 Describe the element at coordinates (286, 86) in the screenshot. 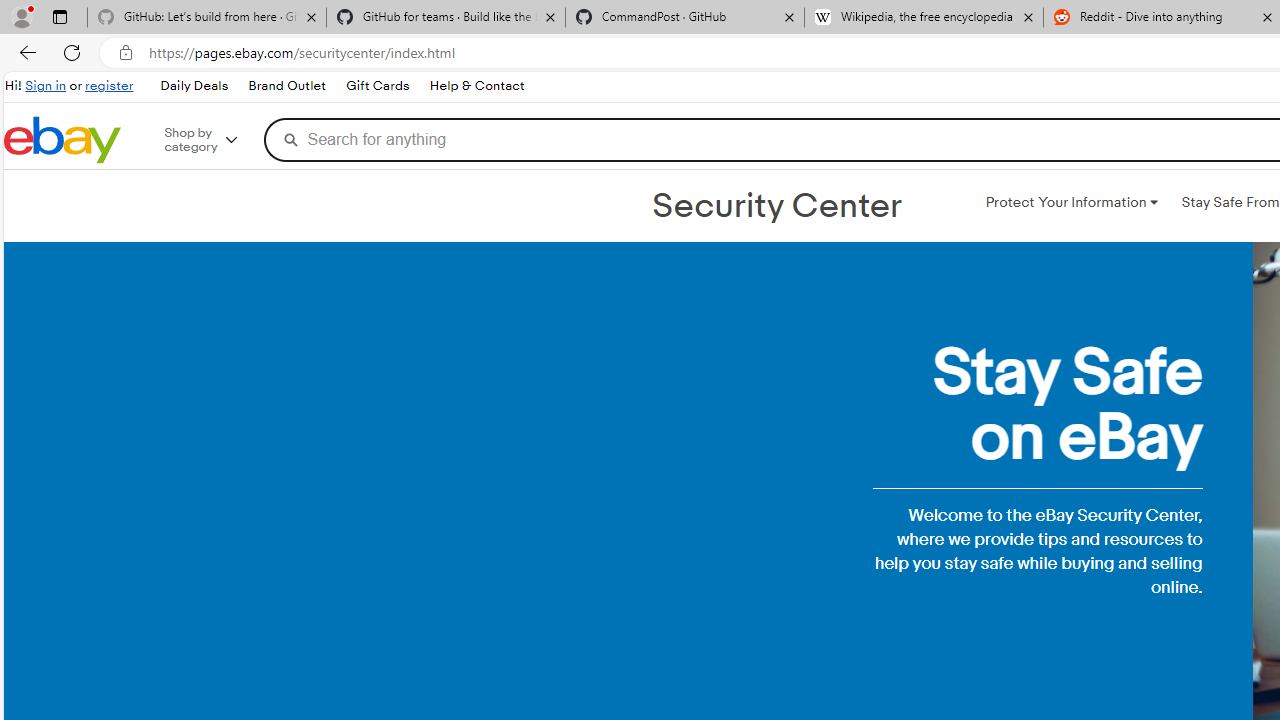

I see `'Brand Outlet'` at that location.